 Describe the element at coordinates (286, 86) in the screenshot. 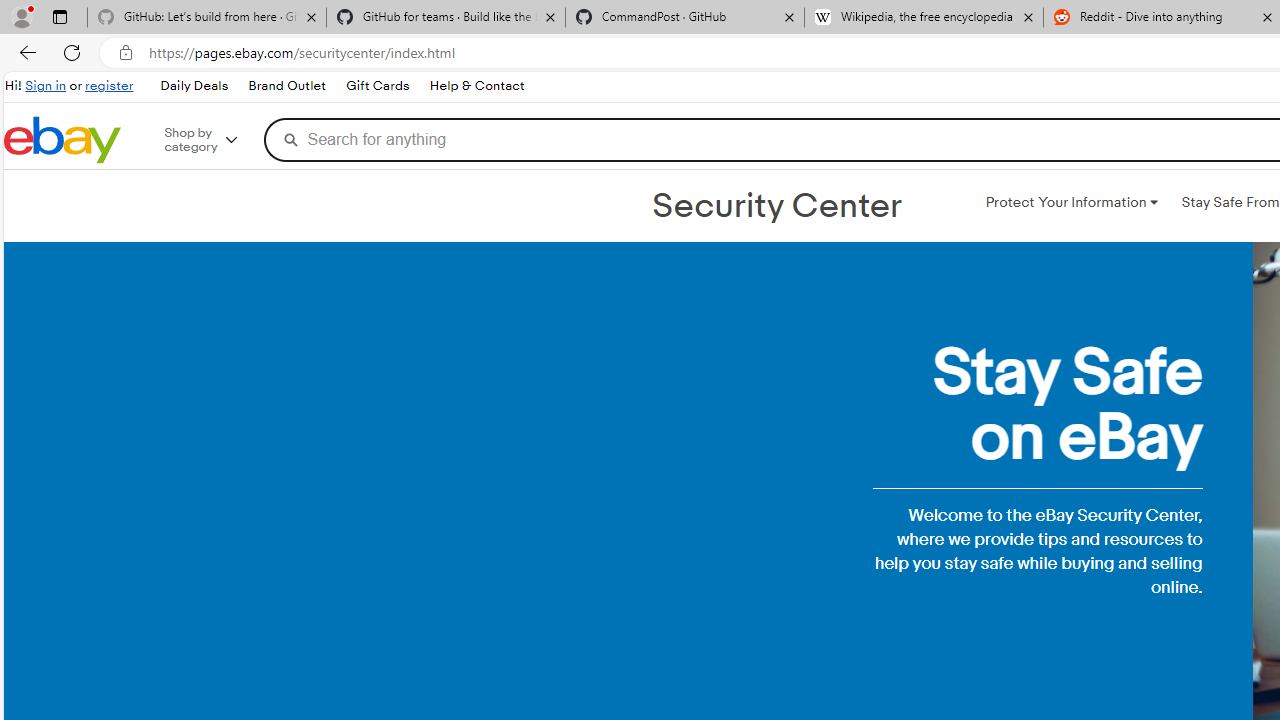

I see `'Brand Outlet'` at that location.